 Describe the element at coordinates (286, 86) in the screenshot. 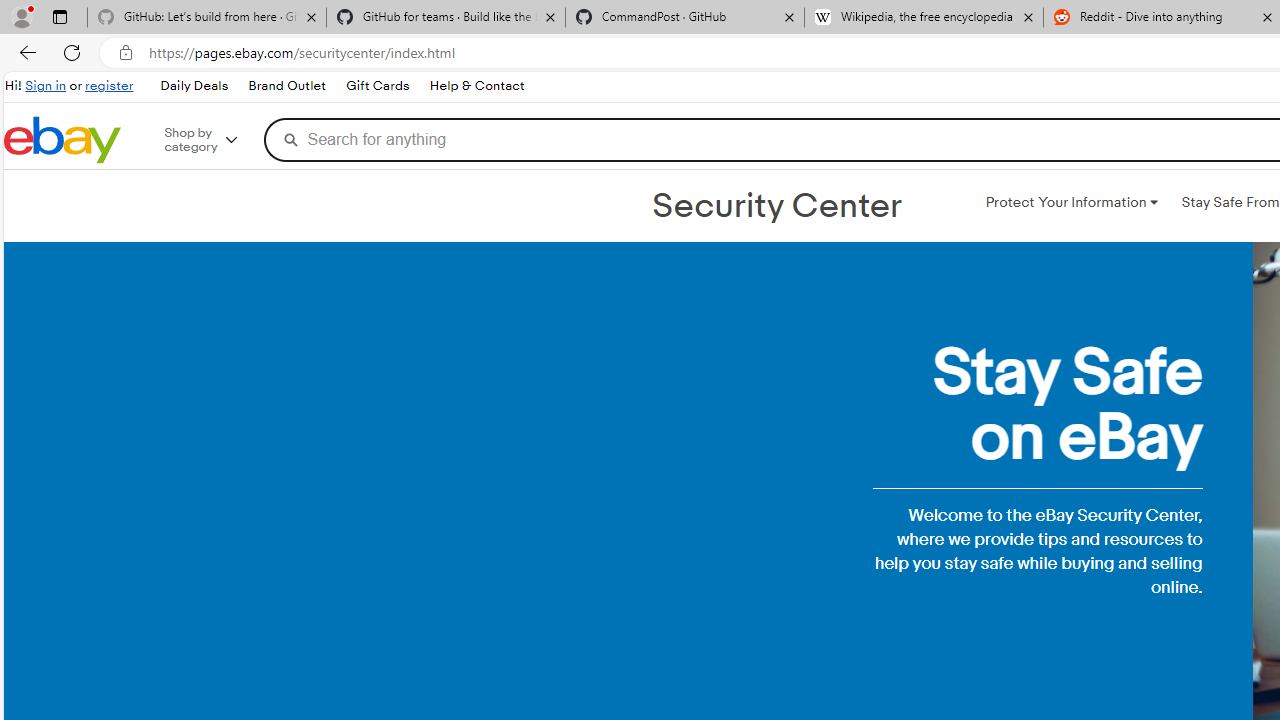

I see `'Brand Outlet'` at that location.